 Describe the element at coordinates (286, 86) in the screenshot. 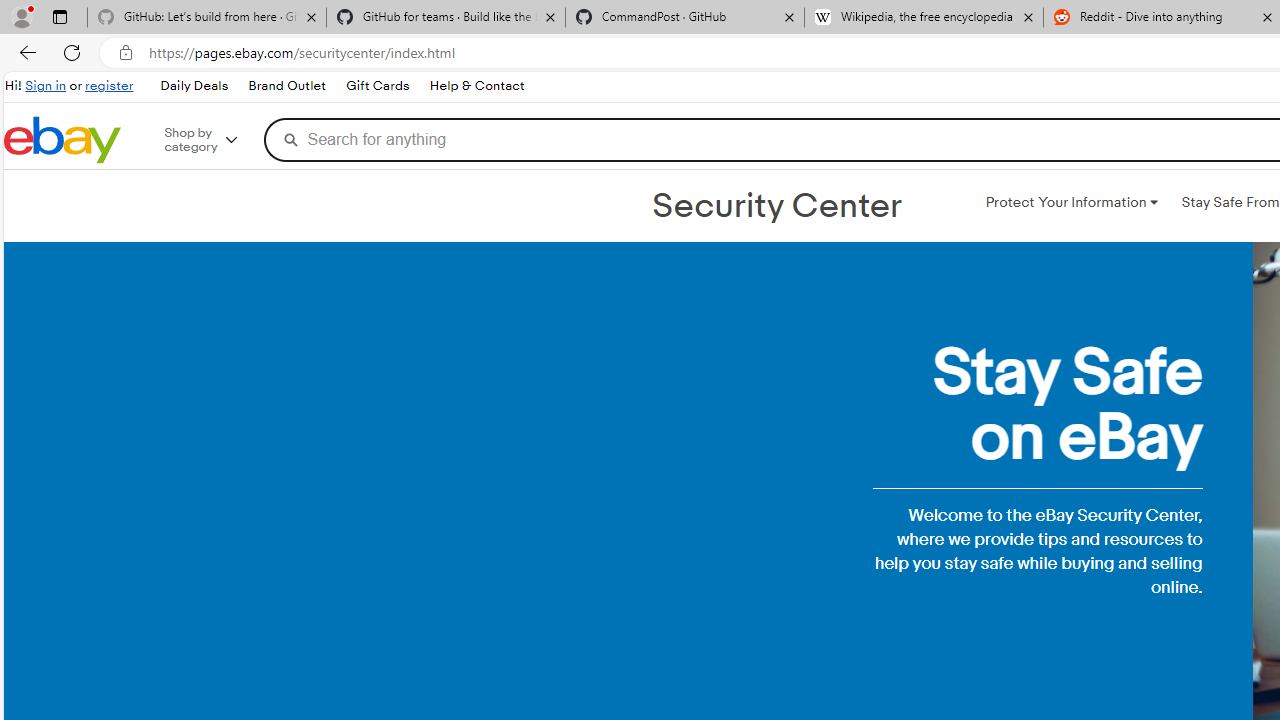

I see `'Brand Outlet'` at that location.